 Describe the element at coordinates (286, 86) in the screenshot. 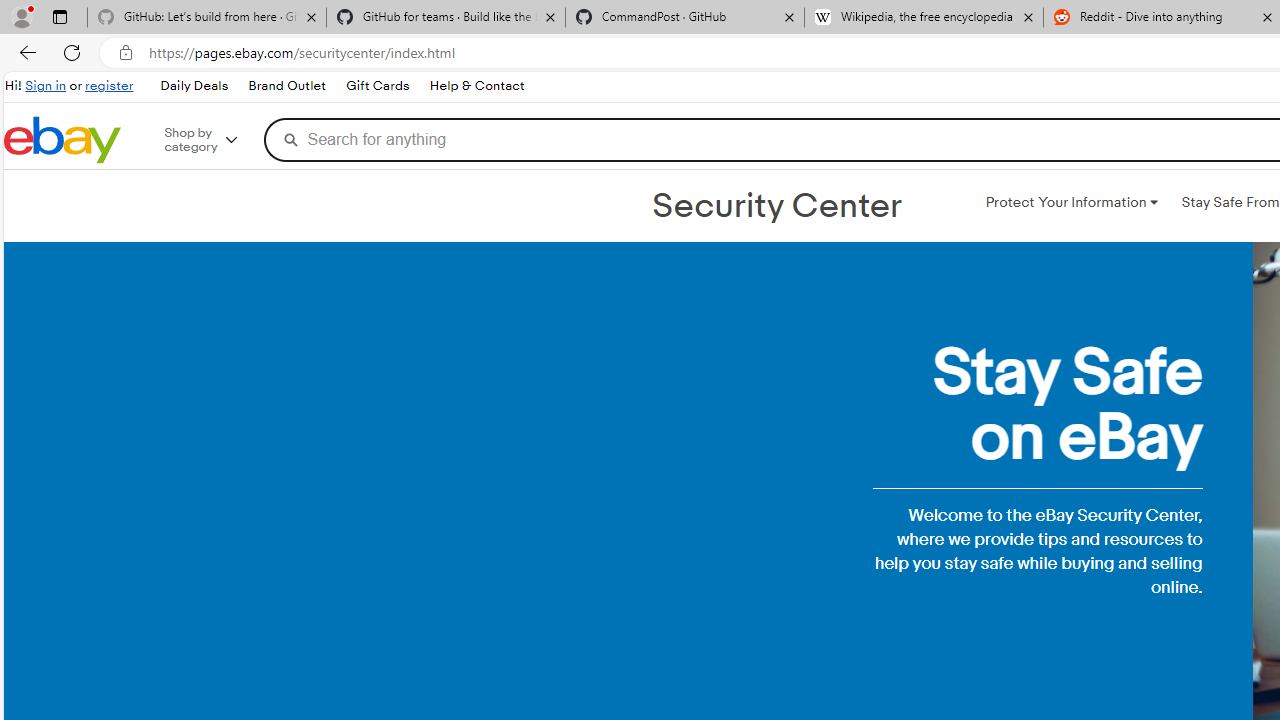

I see `'Brand Outlet'` at that location.